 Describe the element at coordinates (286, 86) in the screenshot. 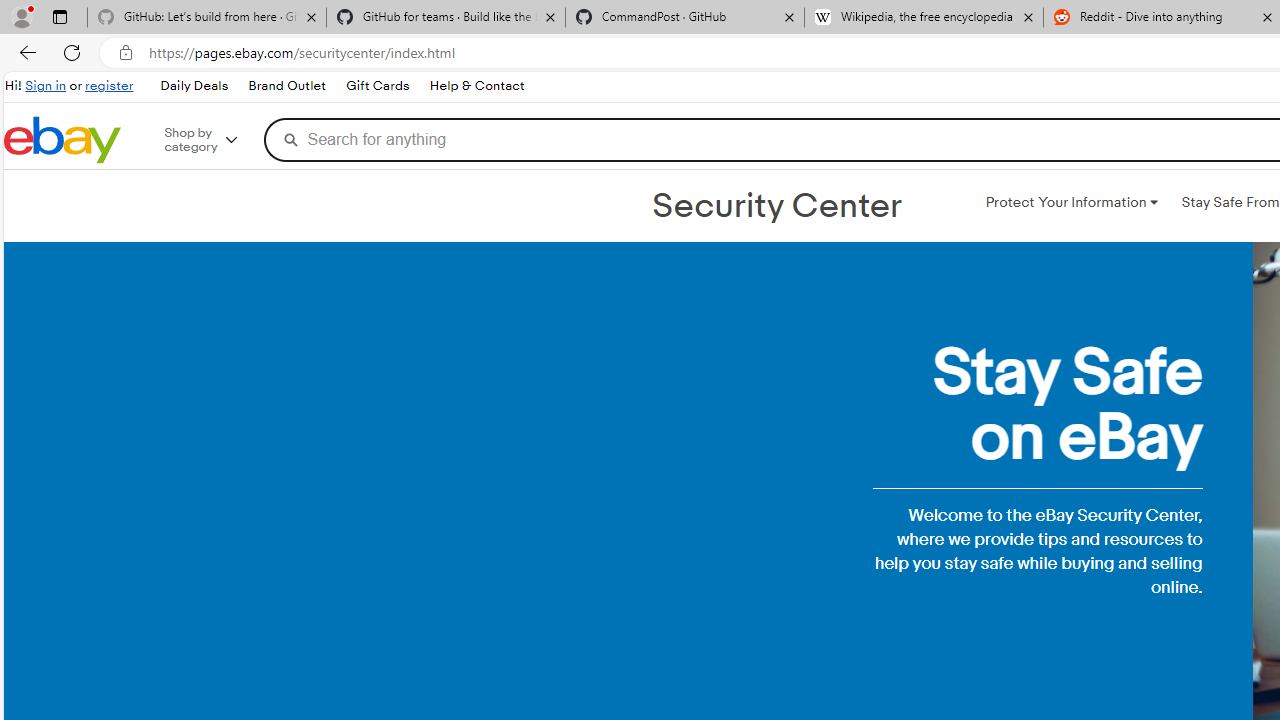

I see `'Brand Outlet'` at that location.